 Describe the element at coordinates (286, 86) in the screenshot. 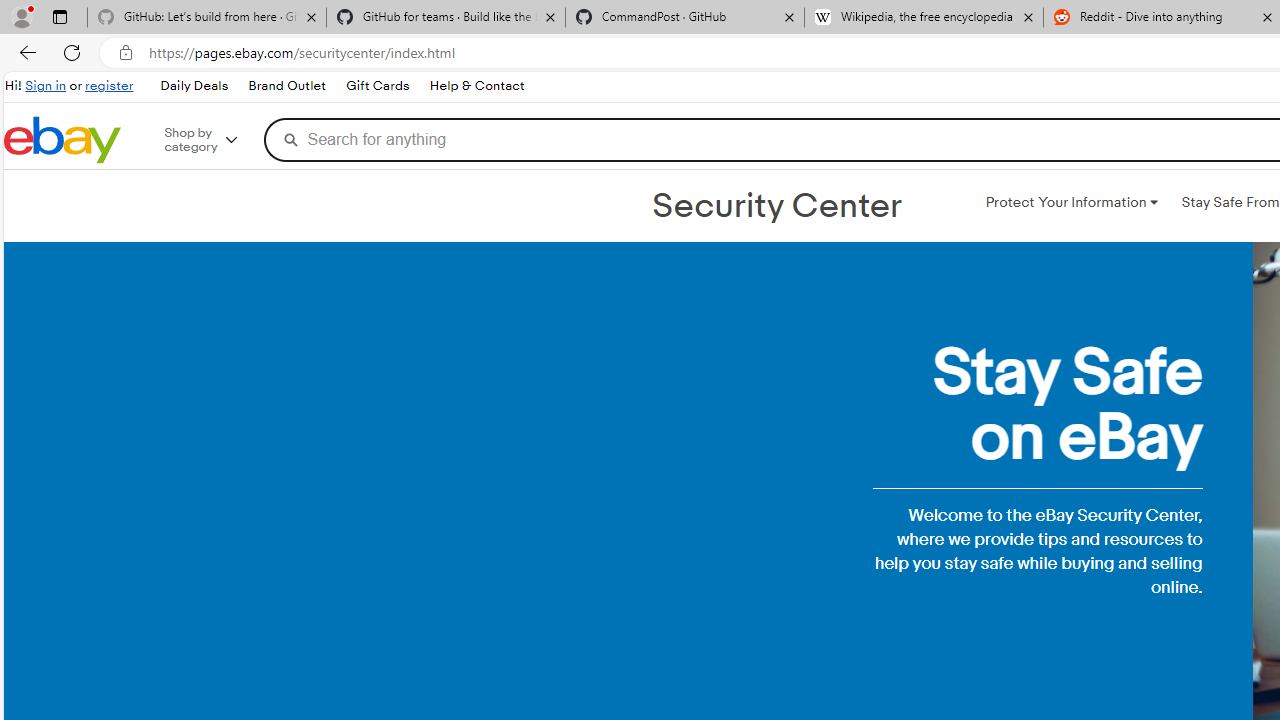

I see `'Brand Outlet'` at that location.